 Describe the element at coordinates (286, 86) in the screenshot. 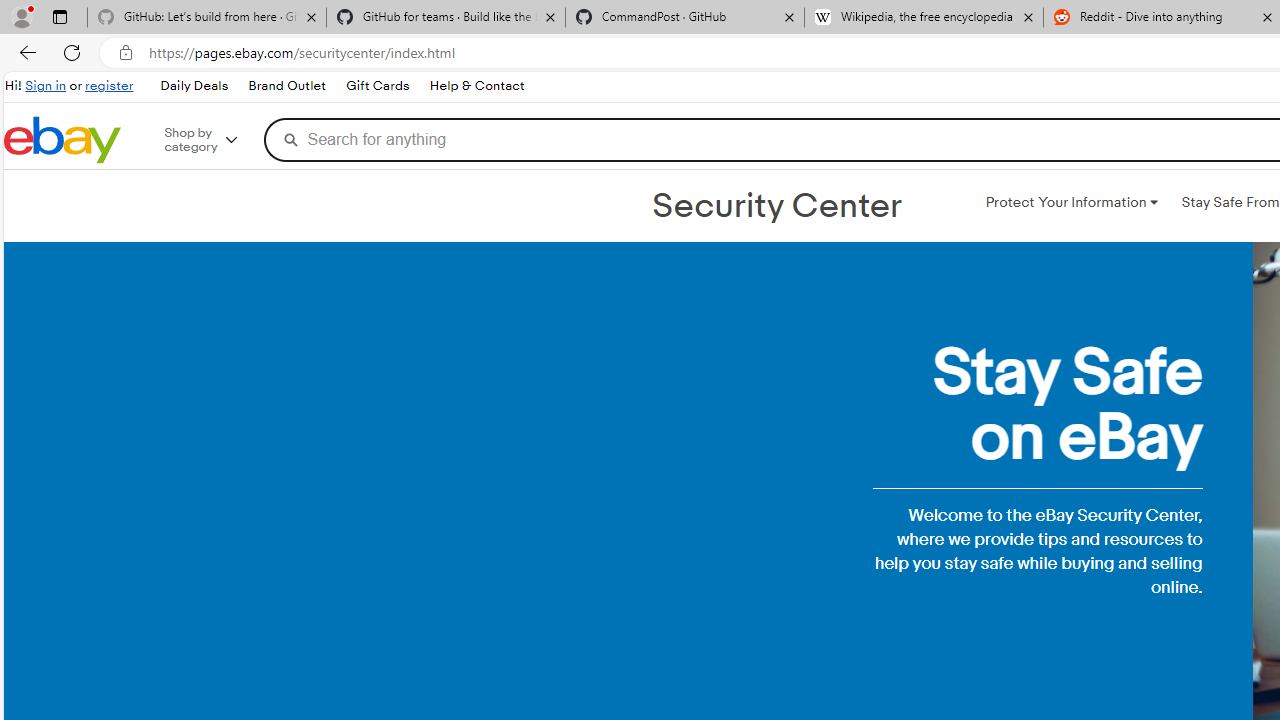

I see `'Brand Outlet'` at that location.